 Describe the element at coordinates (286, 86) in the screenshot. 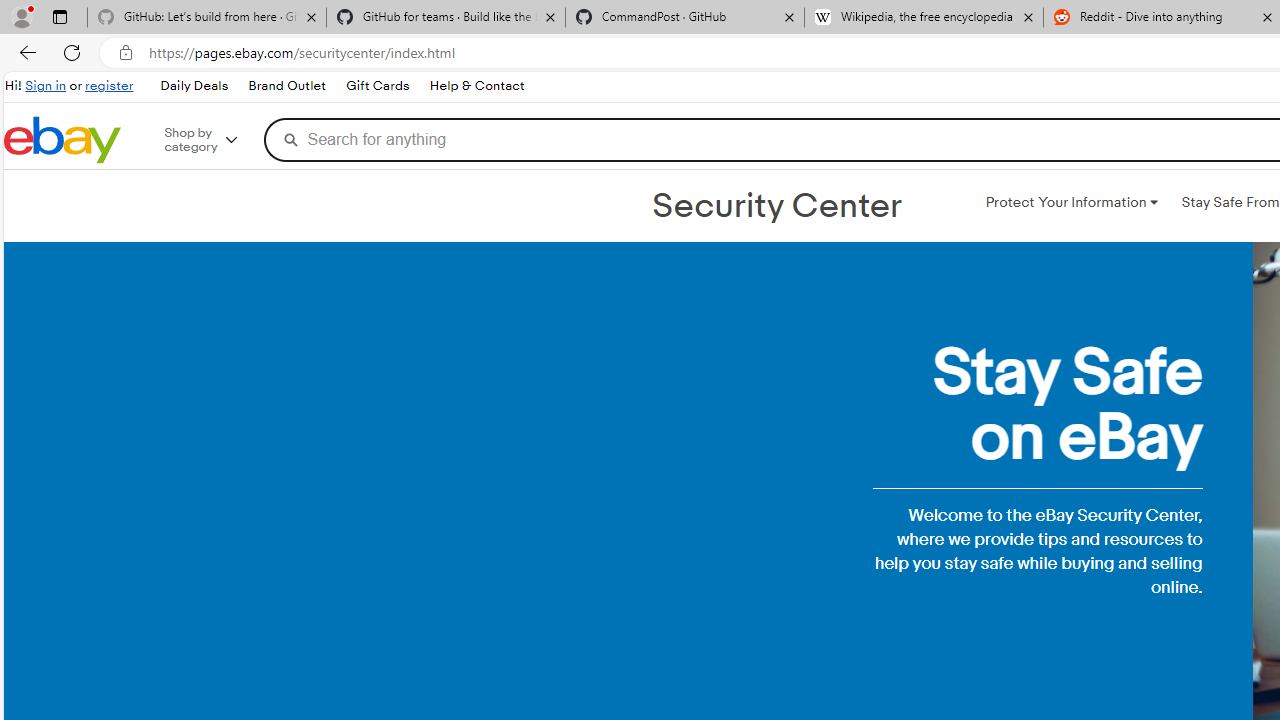

I see `'Brand Outlet'` at that location.